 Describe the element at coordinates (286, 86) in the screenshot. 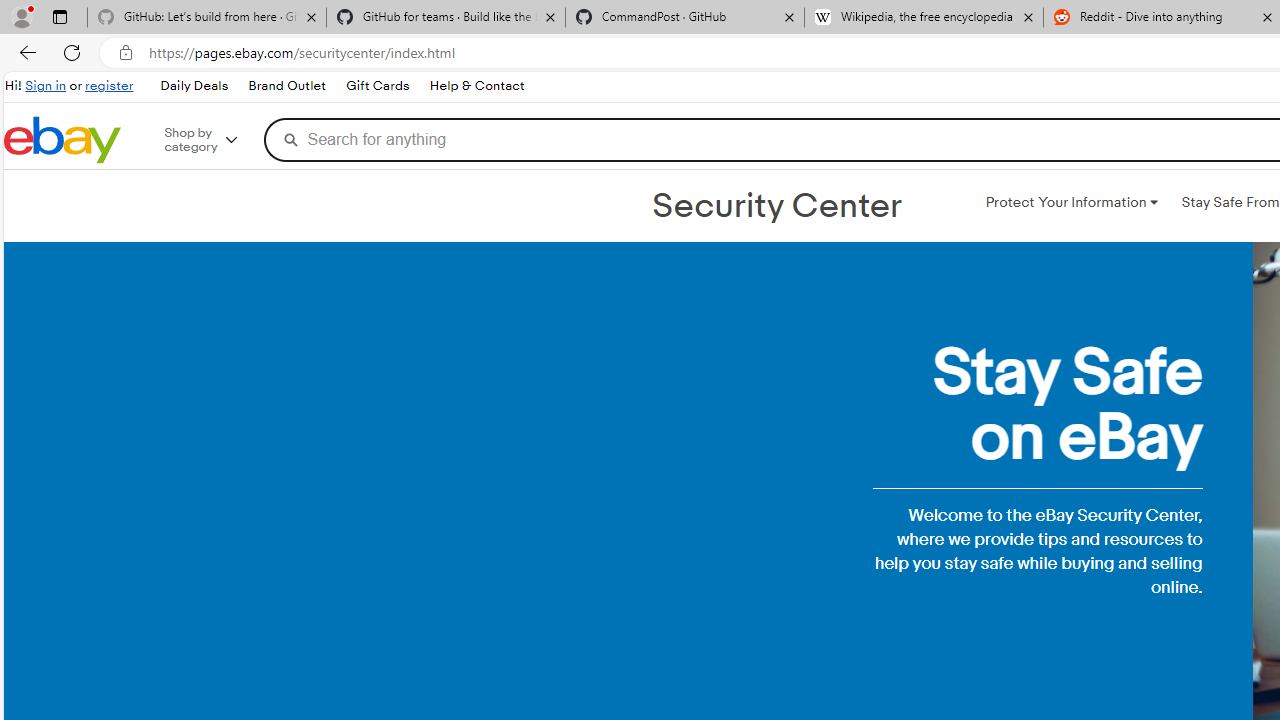

I see `'Brand Outlet'` at that location.